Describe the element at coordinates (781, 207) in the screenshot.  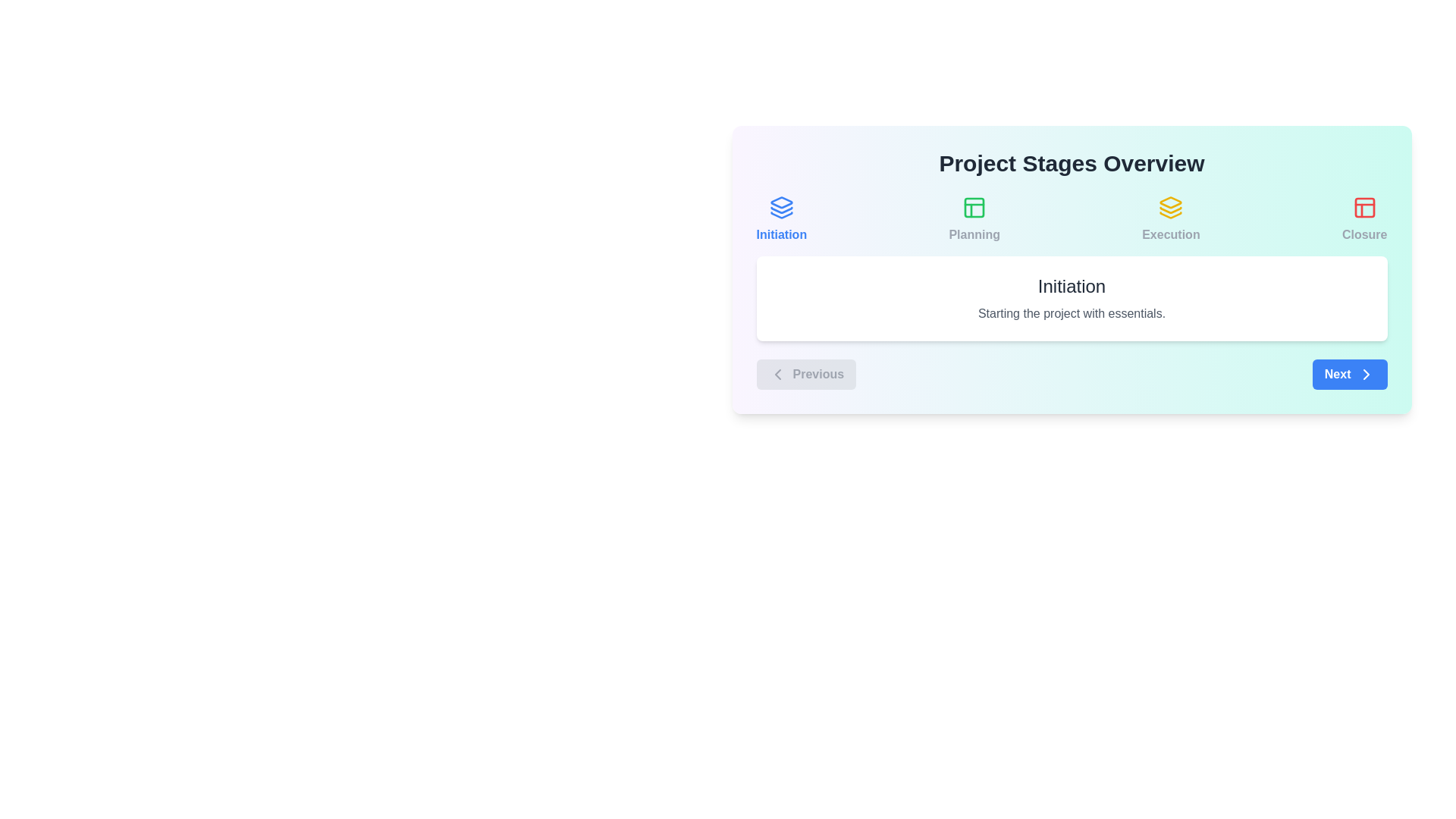
I see `the first icon representing the 'Initiation' stage in the 'Project Stages Overview' section` at that location.